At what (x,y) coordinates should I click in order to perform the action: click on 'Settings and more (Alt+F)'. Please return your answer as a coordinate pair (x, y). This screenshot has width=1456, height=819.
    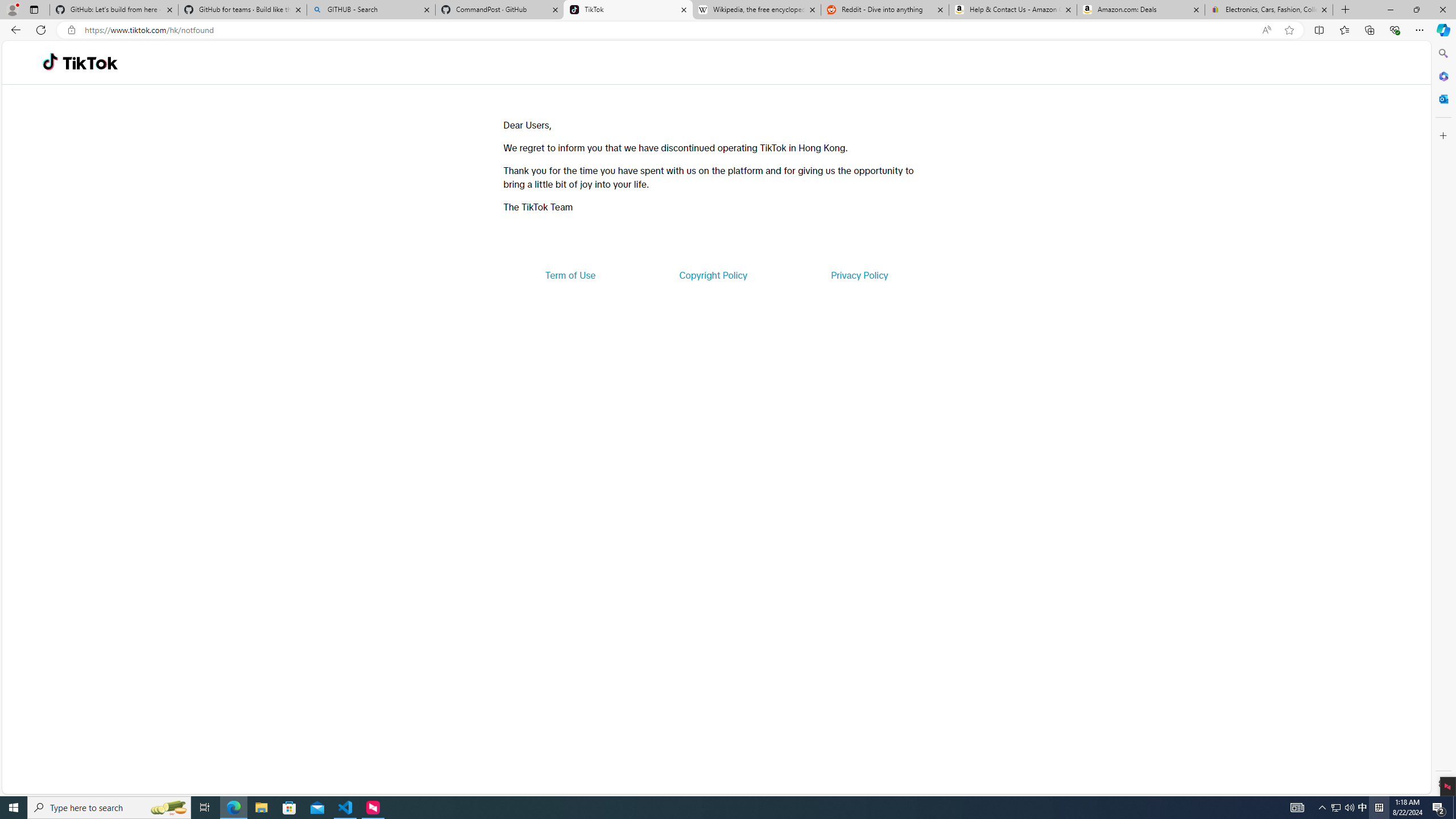
    Looking at the image, I should click on (1419, 29).